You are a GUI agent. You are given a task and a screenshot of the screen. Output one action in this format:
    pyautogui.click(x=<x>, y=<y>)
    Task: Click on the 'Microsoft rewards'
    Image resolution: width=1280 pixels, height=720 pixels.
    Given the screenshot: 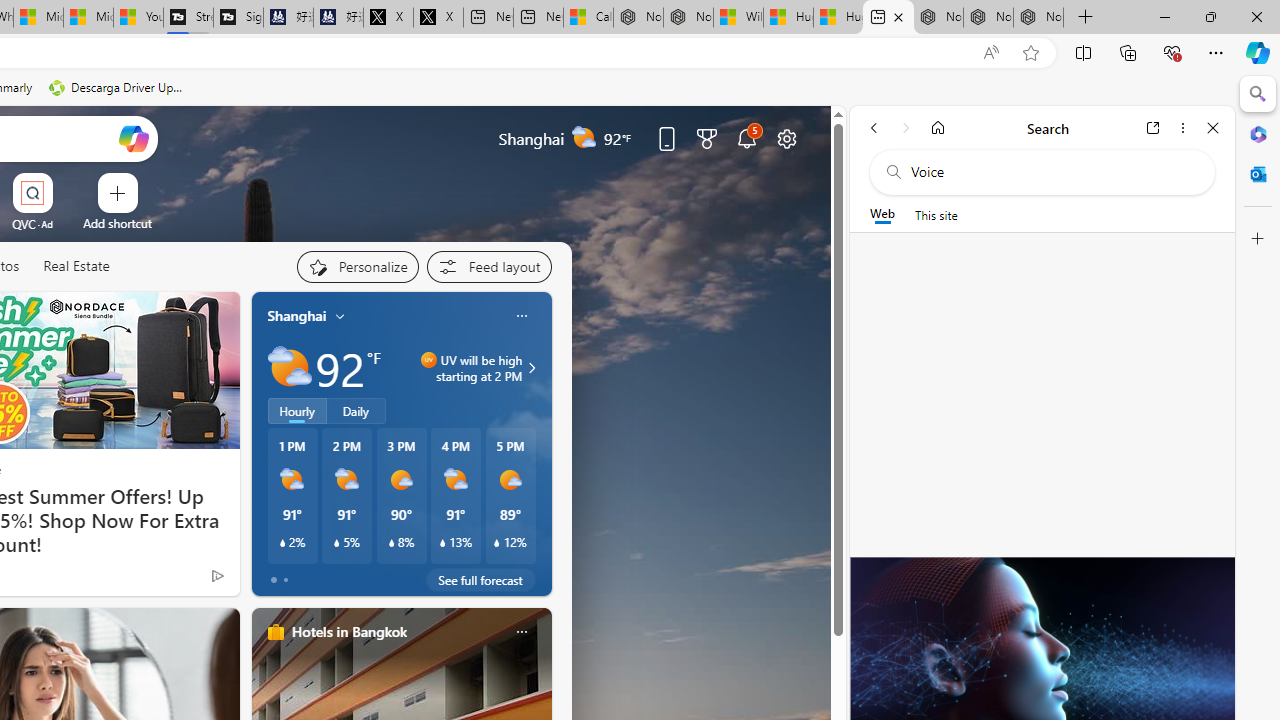 What is the action you would take?
    pyautogui.click(x=707, y=137)
    